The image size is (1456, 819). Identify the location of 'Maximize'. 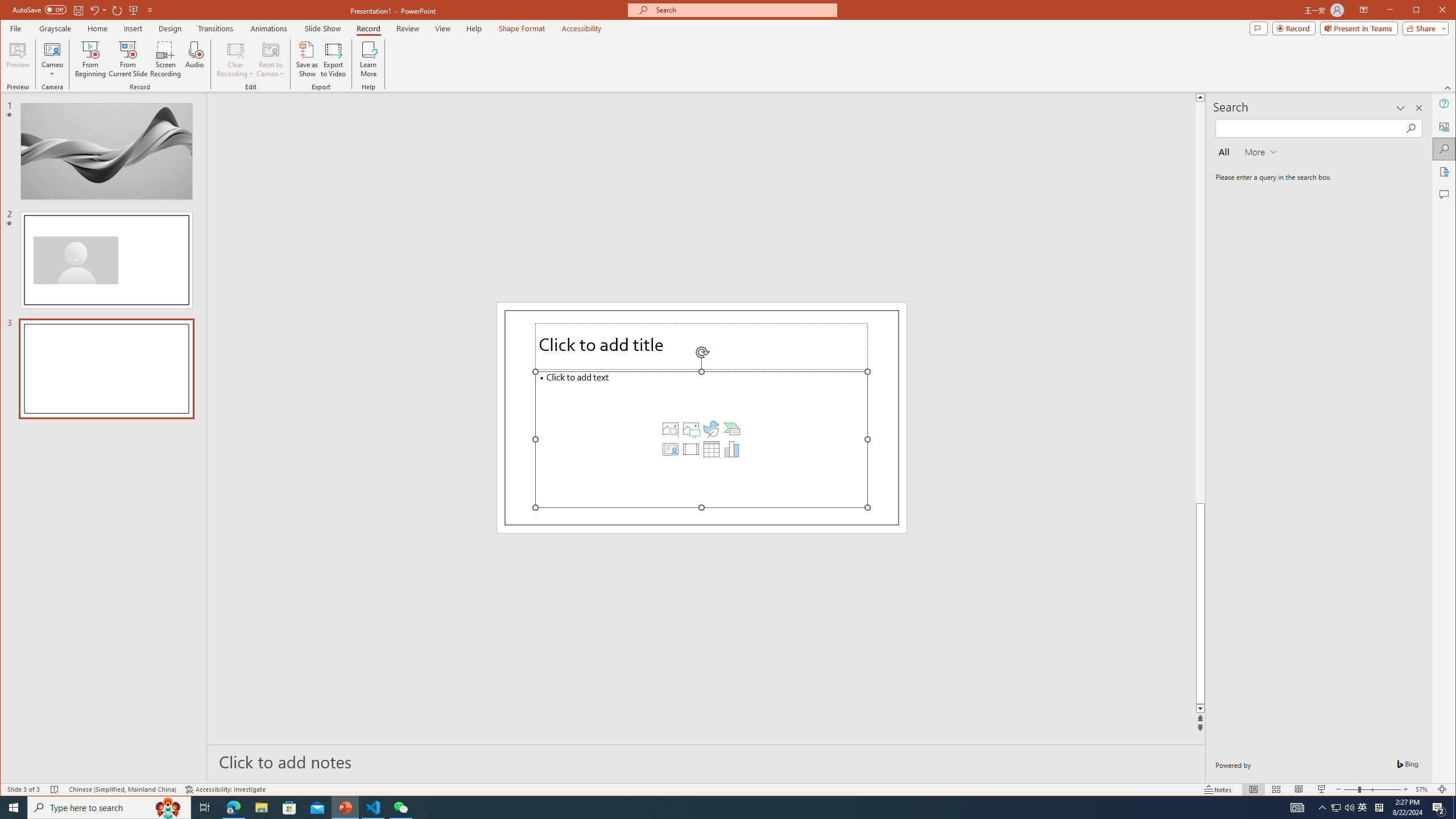
(1433, 11).